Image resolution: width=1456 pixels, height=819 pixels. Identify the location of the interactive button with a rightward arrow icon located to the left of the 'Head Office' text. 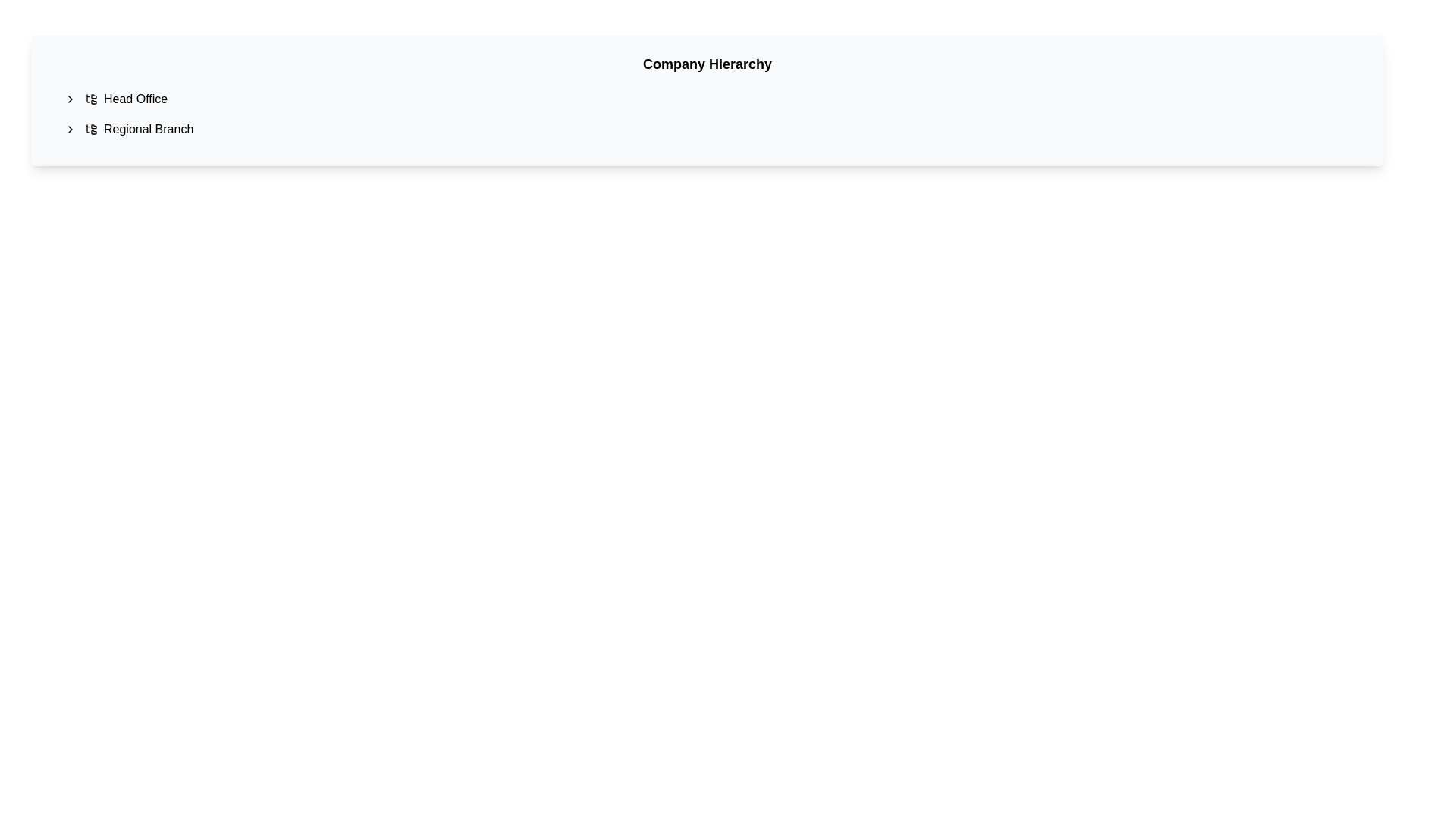
(69, 99).